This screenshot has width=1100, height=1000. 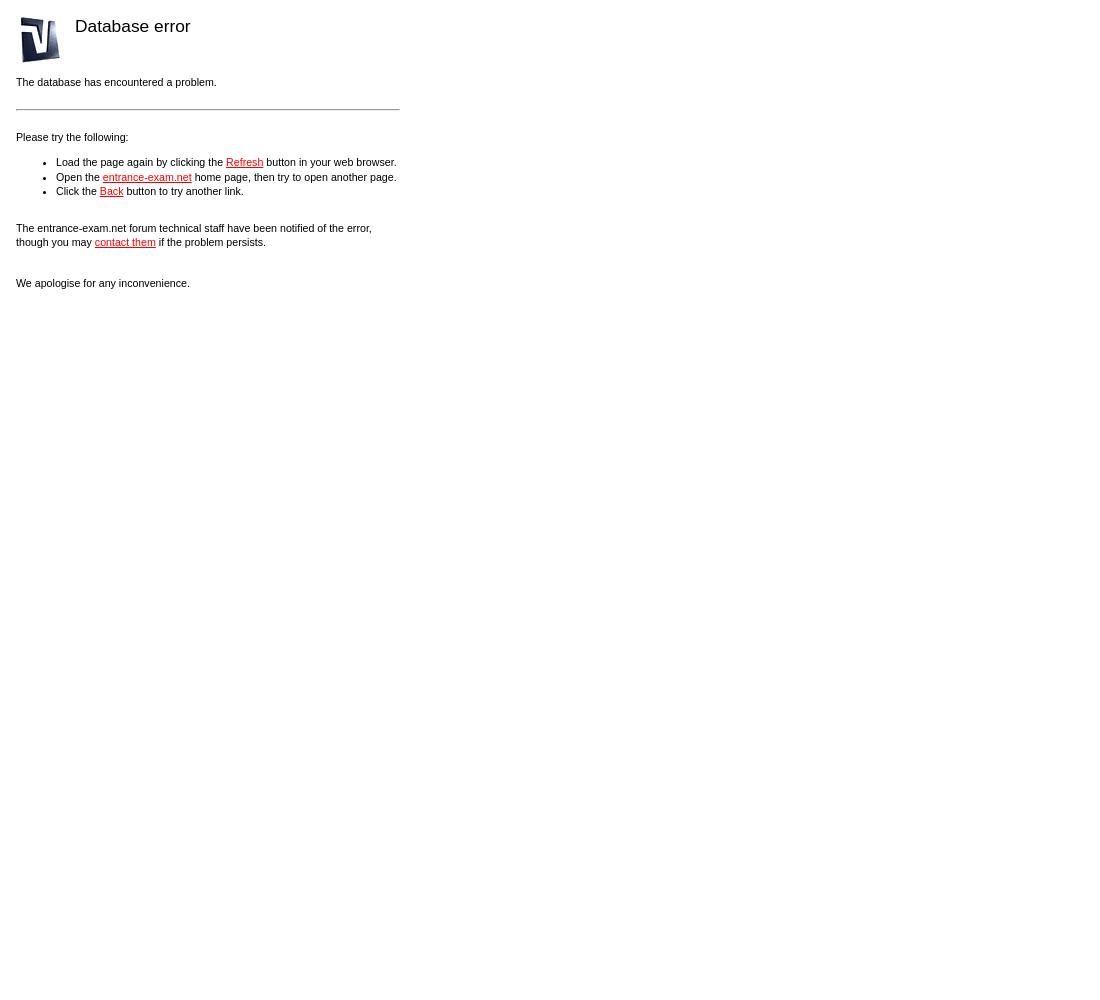 I want to click on 'The entrance-exam.net forum technical staff have been notified of the error, though you may', so click(x=192, y=233).